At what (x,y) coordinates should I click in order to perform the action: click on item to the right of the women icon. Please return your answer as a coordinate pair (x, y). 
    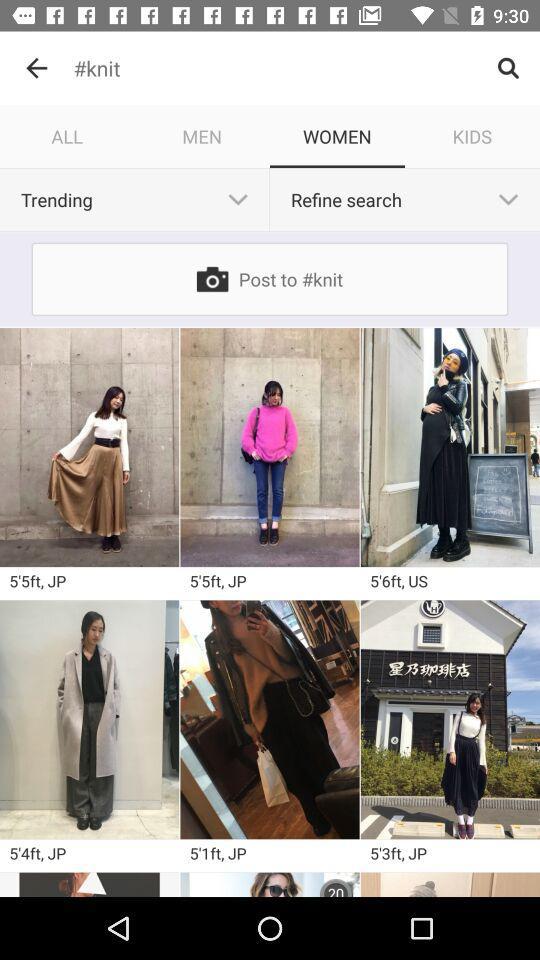
    Looking at the image, I should click on (472, 135).